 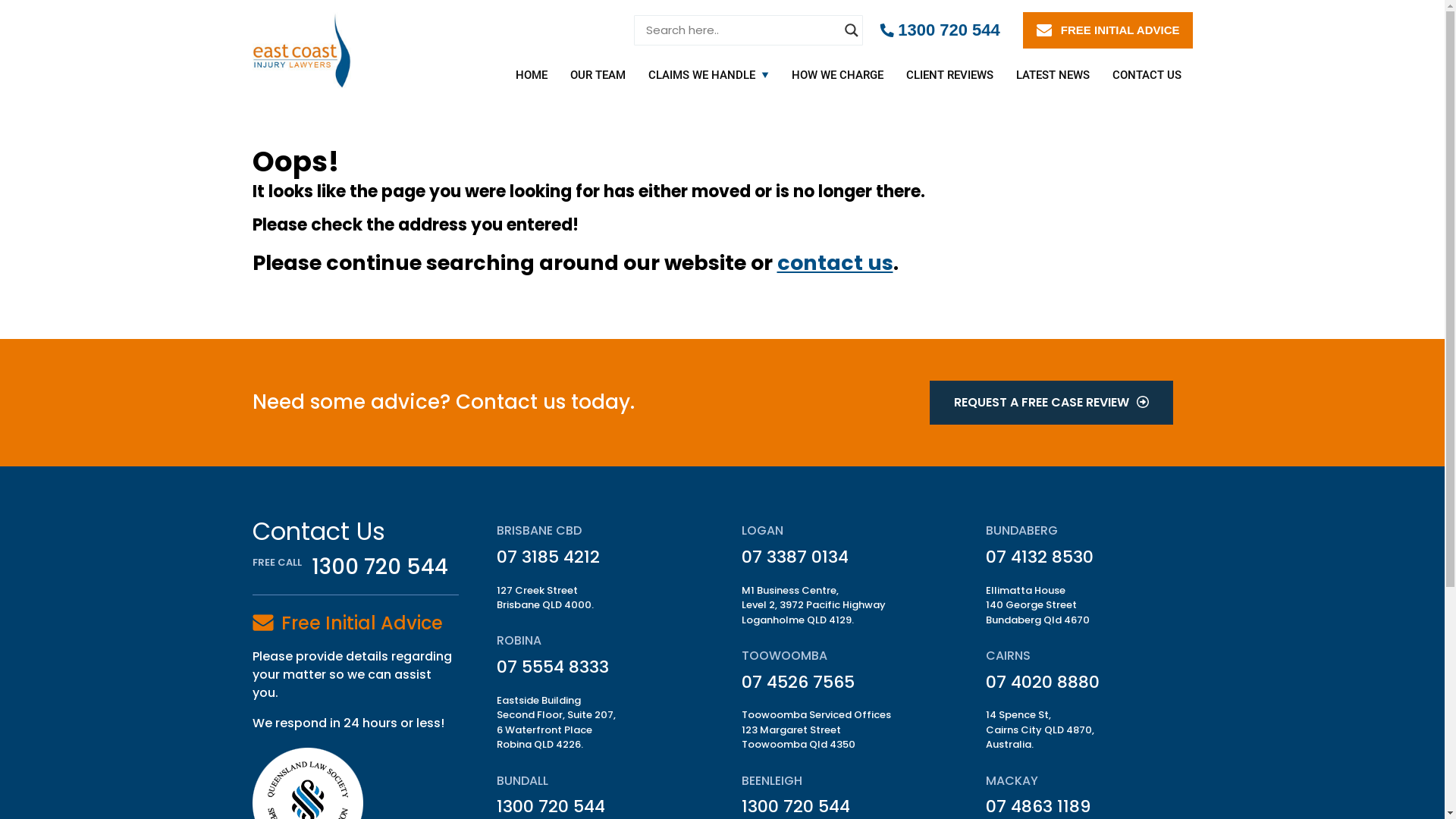 What do you see at coordinates (1037, 805) in the screenshot?
I see `'07 4863 1189'` at bounding box center [1037, 805].